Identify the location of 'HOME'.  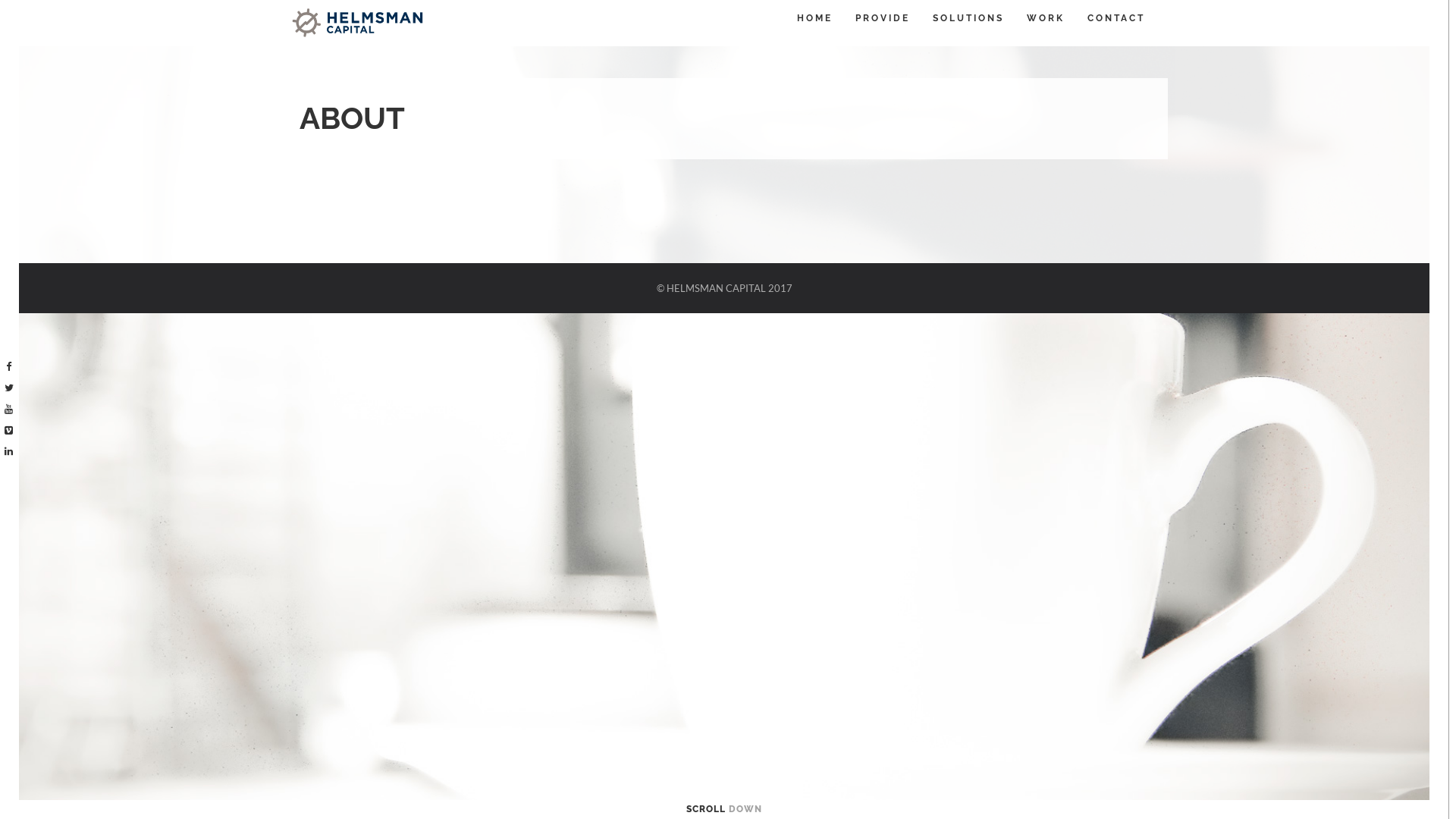
(796, 17).